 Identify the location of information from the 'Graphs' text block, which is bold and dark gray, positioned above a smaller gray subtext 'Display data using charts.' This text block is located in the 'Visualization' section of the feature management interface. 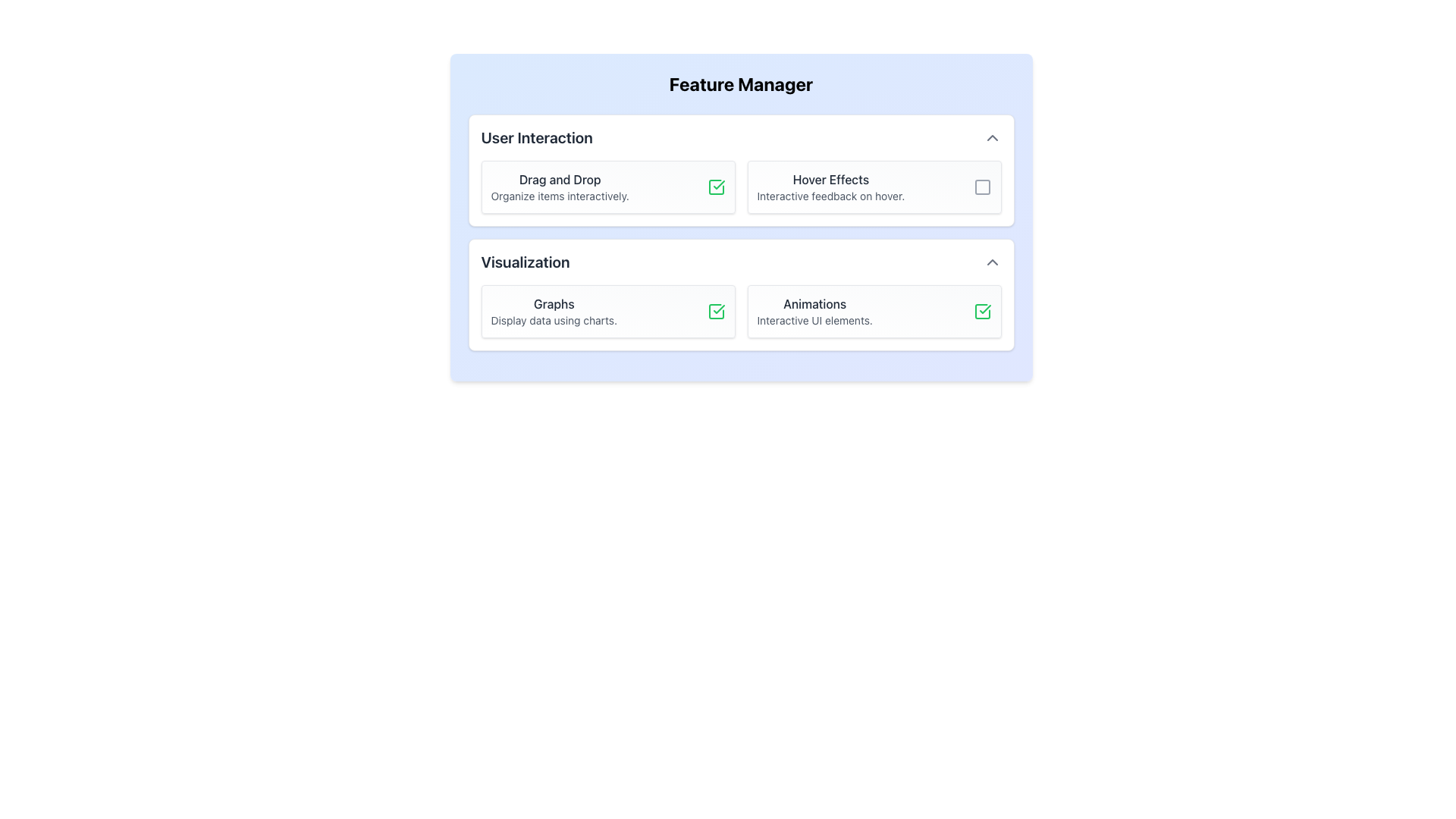
(553, 311).